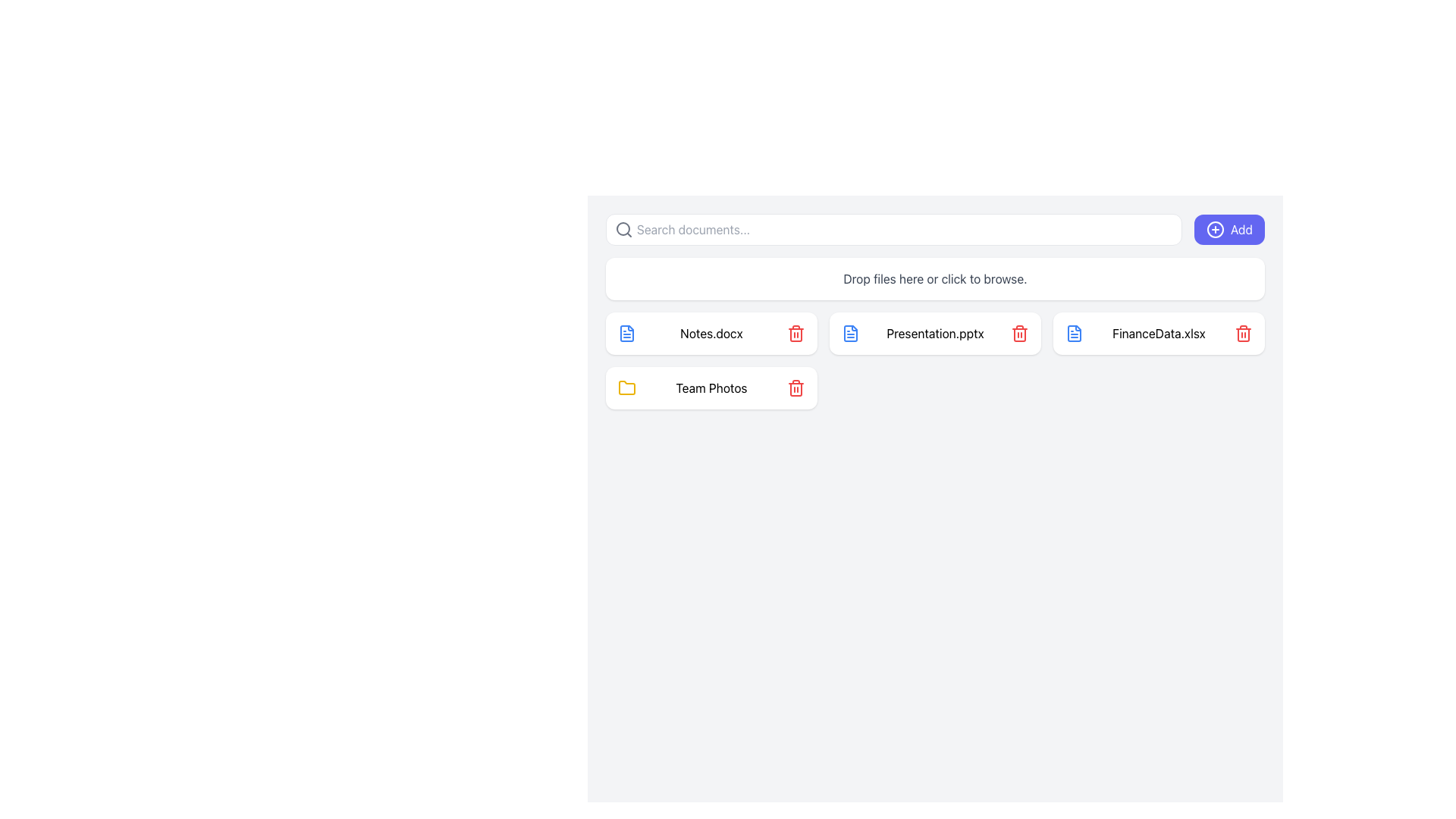  I want to click on the 'delete' button for the 'Team Photos' item, so click(795, 388).